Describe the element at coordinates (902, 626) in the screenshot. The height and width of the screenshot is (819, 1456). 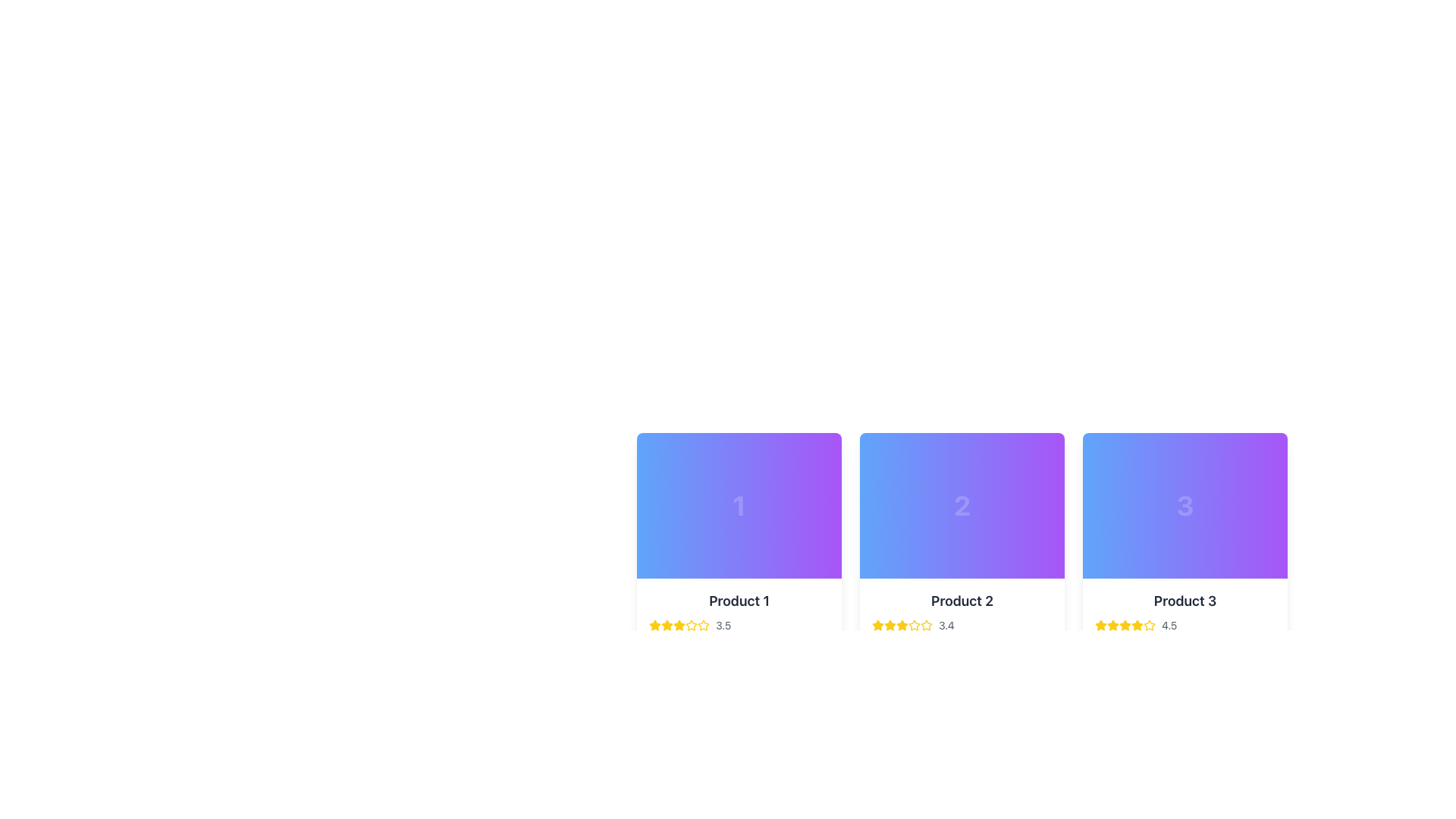
I see `the third star in the rating system located below the 'Product 2' card to rate it` at that location.